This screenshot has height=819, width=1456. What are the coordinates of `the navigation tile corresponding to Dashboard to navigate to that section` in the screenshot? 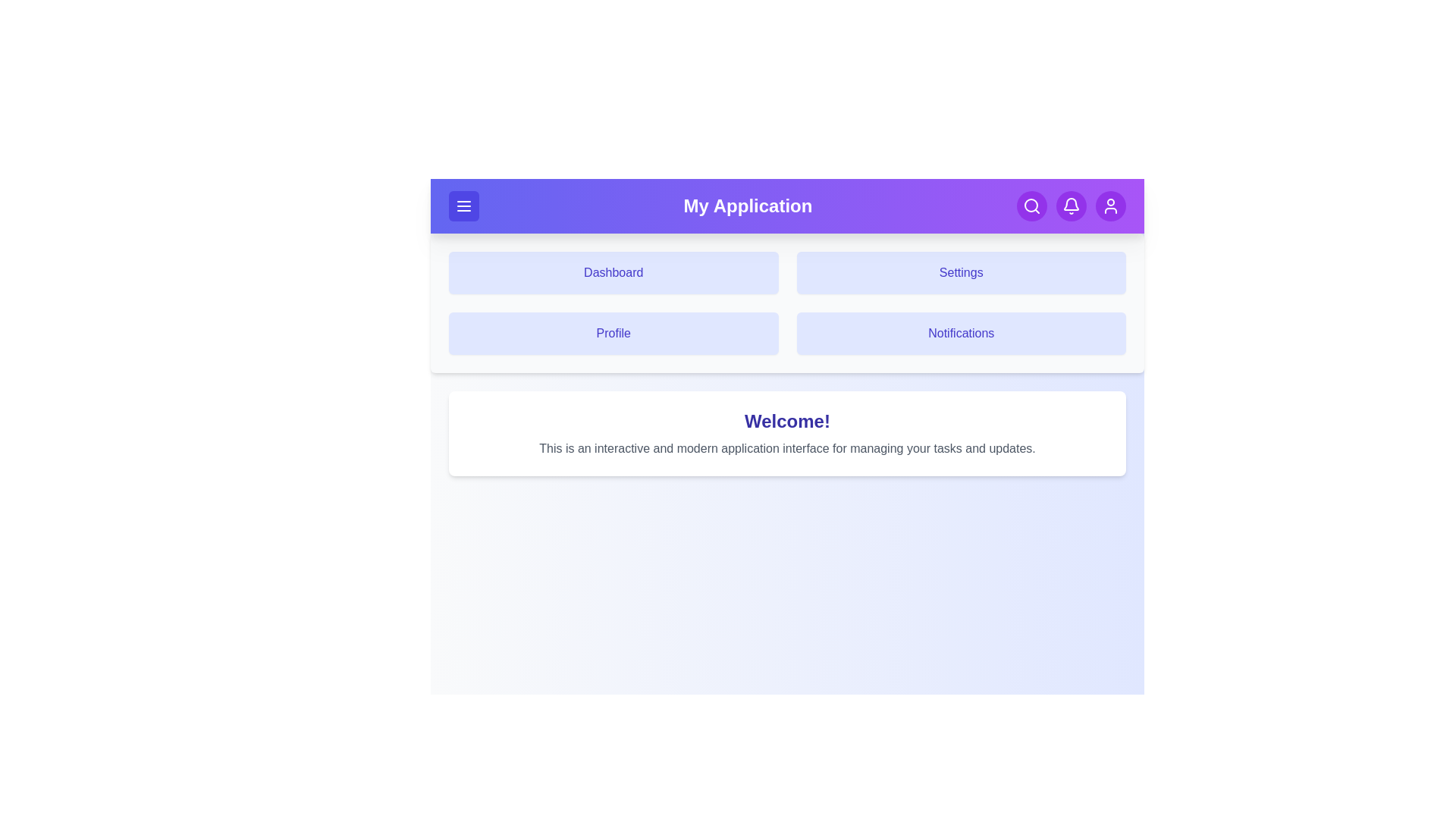 It's located at (613, 271).